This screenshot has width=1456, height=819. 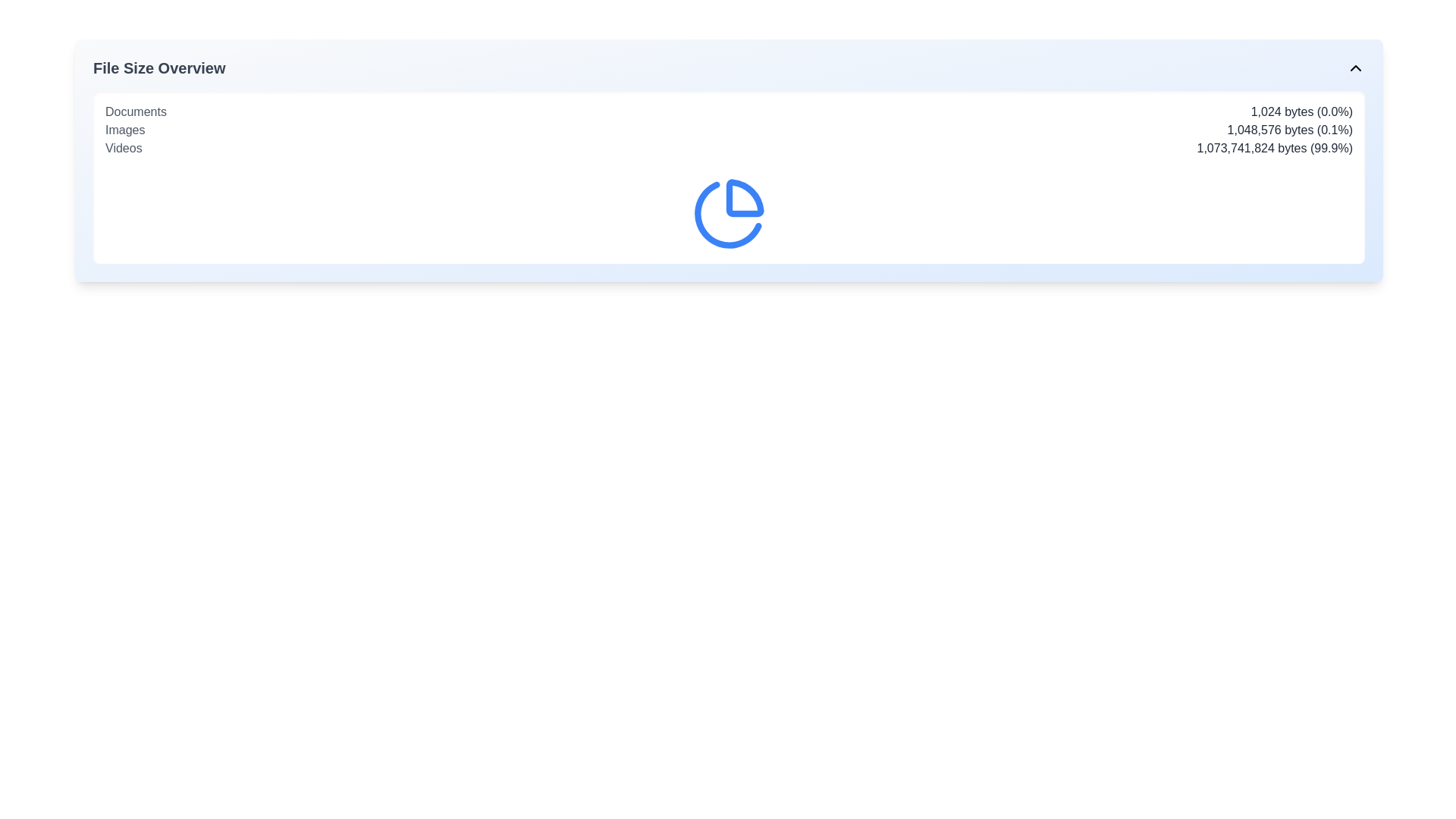 What do you see at coordinates (726, 215) in the screenshot?
I see `the right segment of the pie chart represented by an SVG graphic, which serves as a visual indicator of data proportion` at bounding box center [726, 215].